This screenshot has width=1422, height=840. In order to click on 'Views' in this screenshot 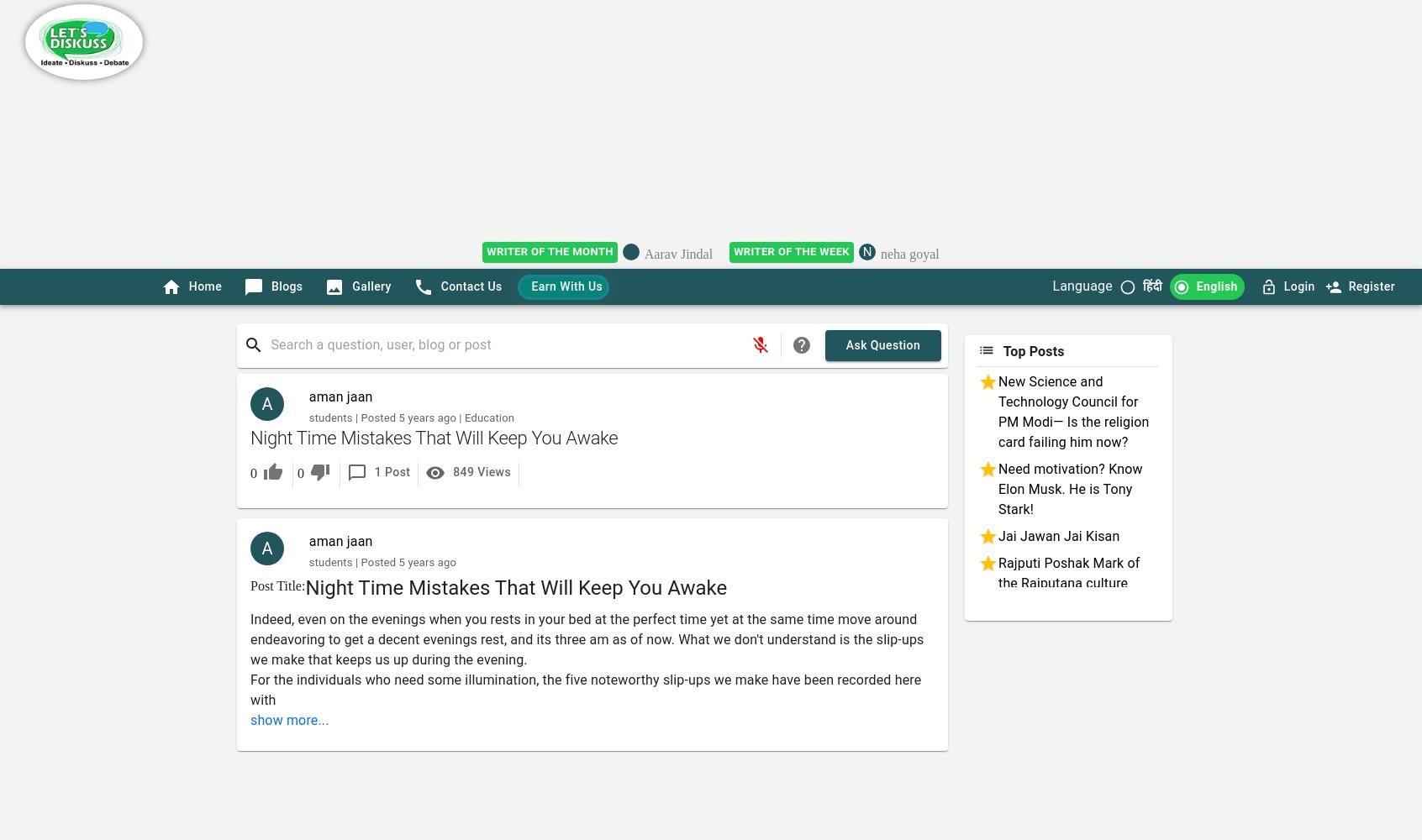, I will do `click(473, 472)`.